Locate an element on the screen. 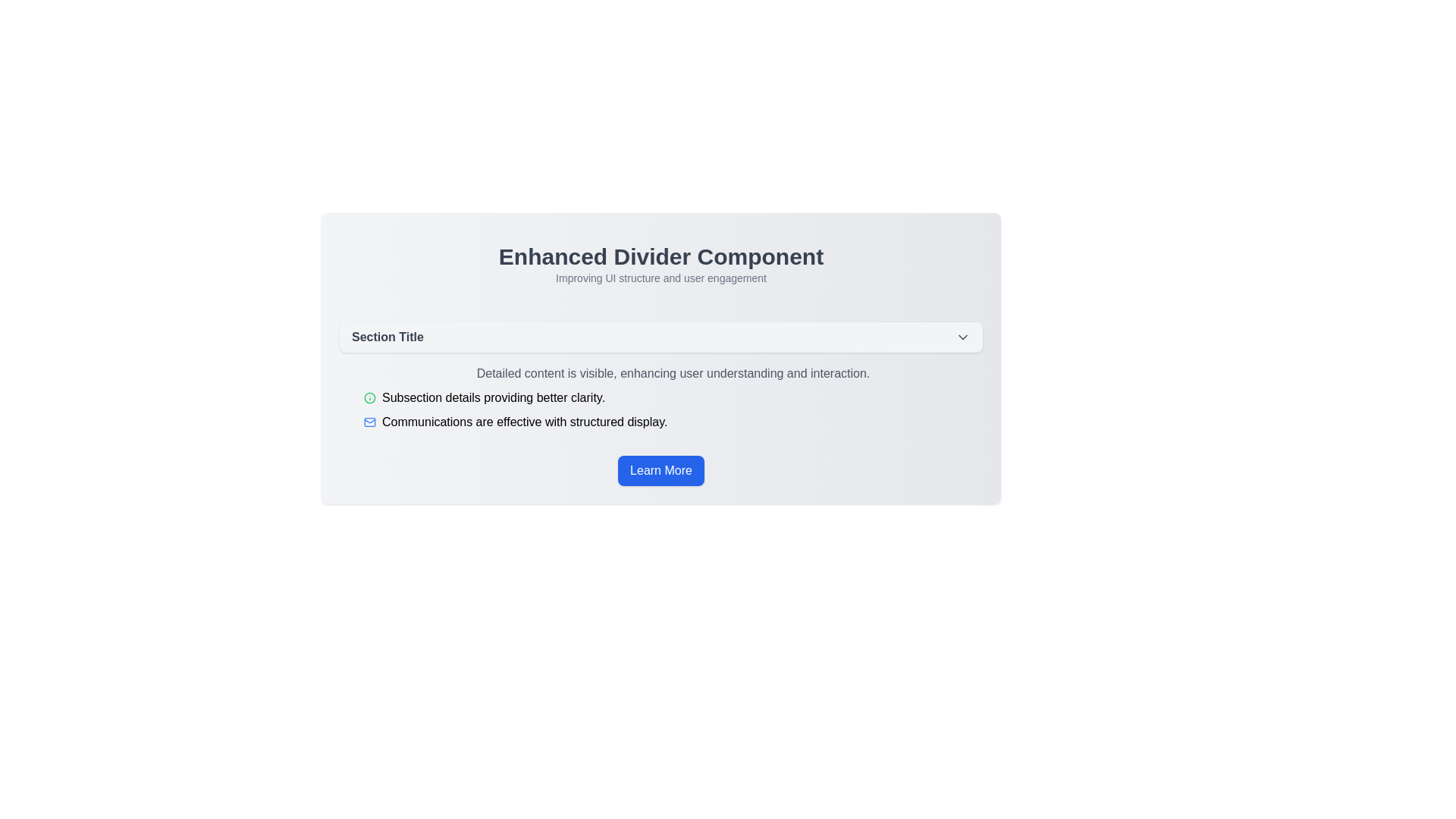  the envelope icon that serves as a visual identifier for the text 'Communications are effective with structured display.' It is positioned to the far left of the text is located at coordinates (370, 422).